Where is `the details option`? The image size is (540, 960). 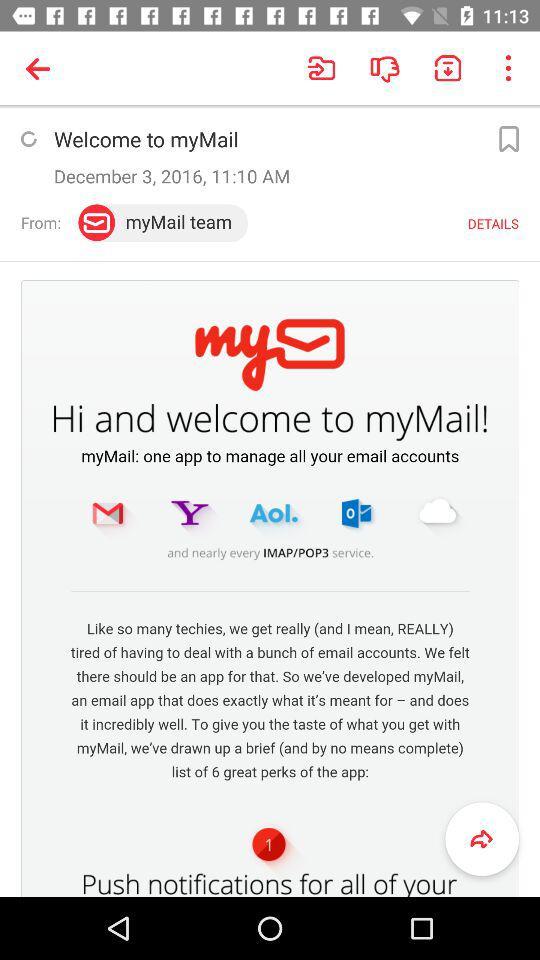 the details option is located at coordinates (492, 223).